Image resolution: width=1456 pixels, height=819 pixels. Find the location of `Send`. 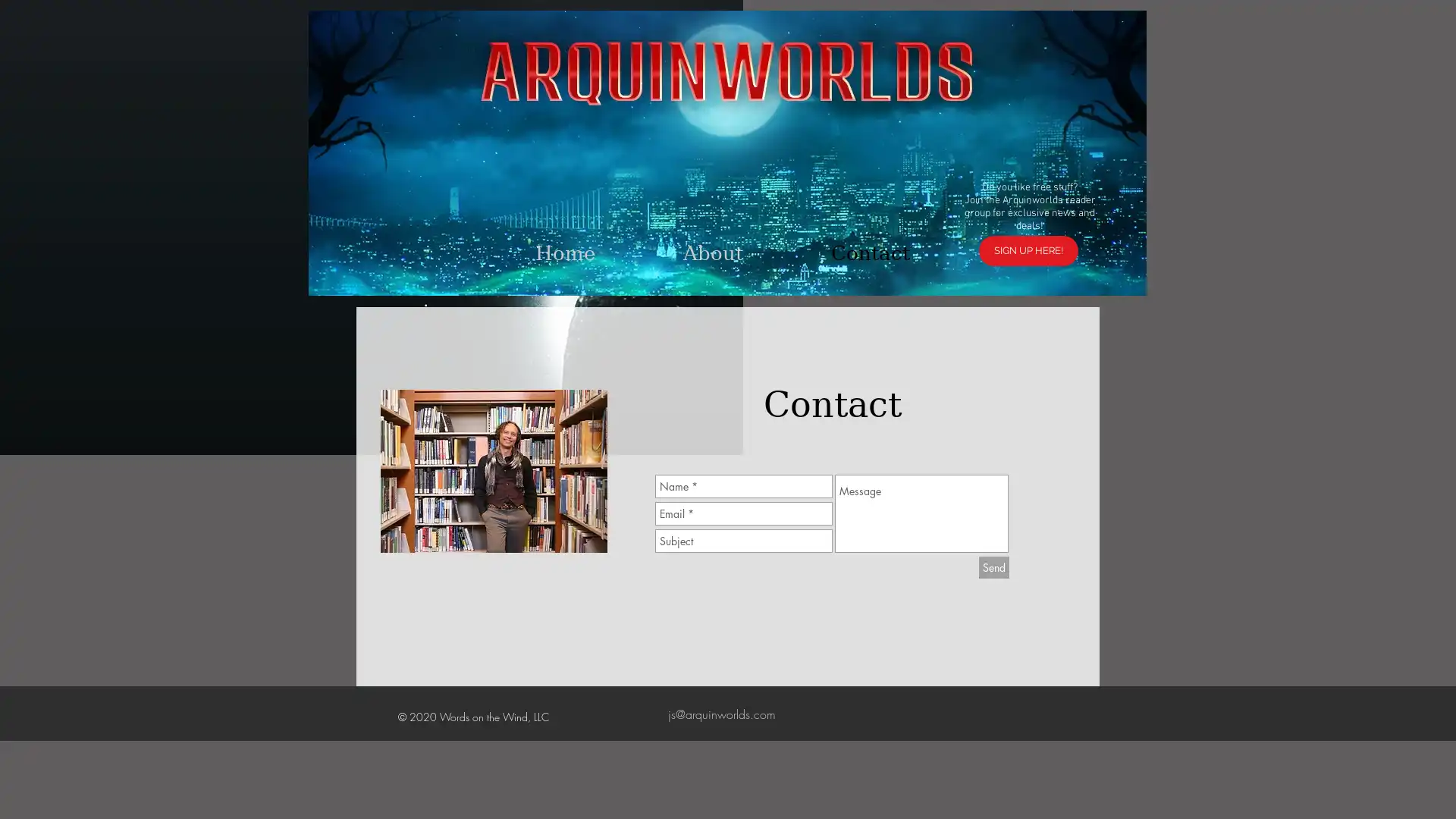

Send is located at coordinates (993, 567).